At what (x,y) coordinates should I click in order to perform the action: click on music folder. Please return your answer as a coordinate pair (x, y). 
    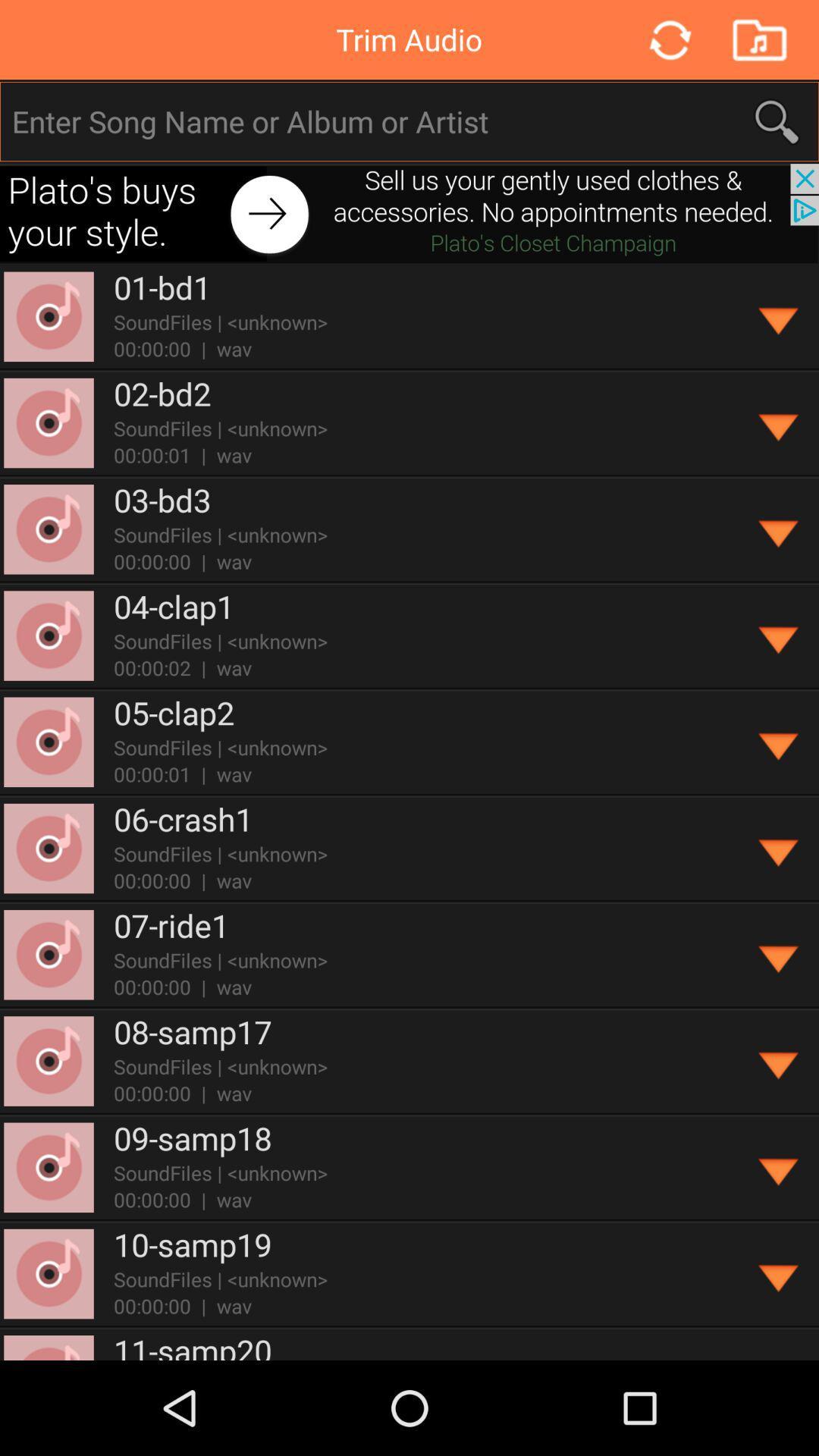
    Looking at the image, I should click on (759, 39).